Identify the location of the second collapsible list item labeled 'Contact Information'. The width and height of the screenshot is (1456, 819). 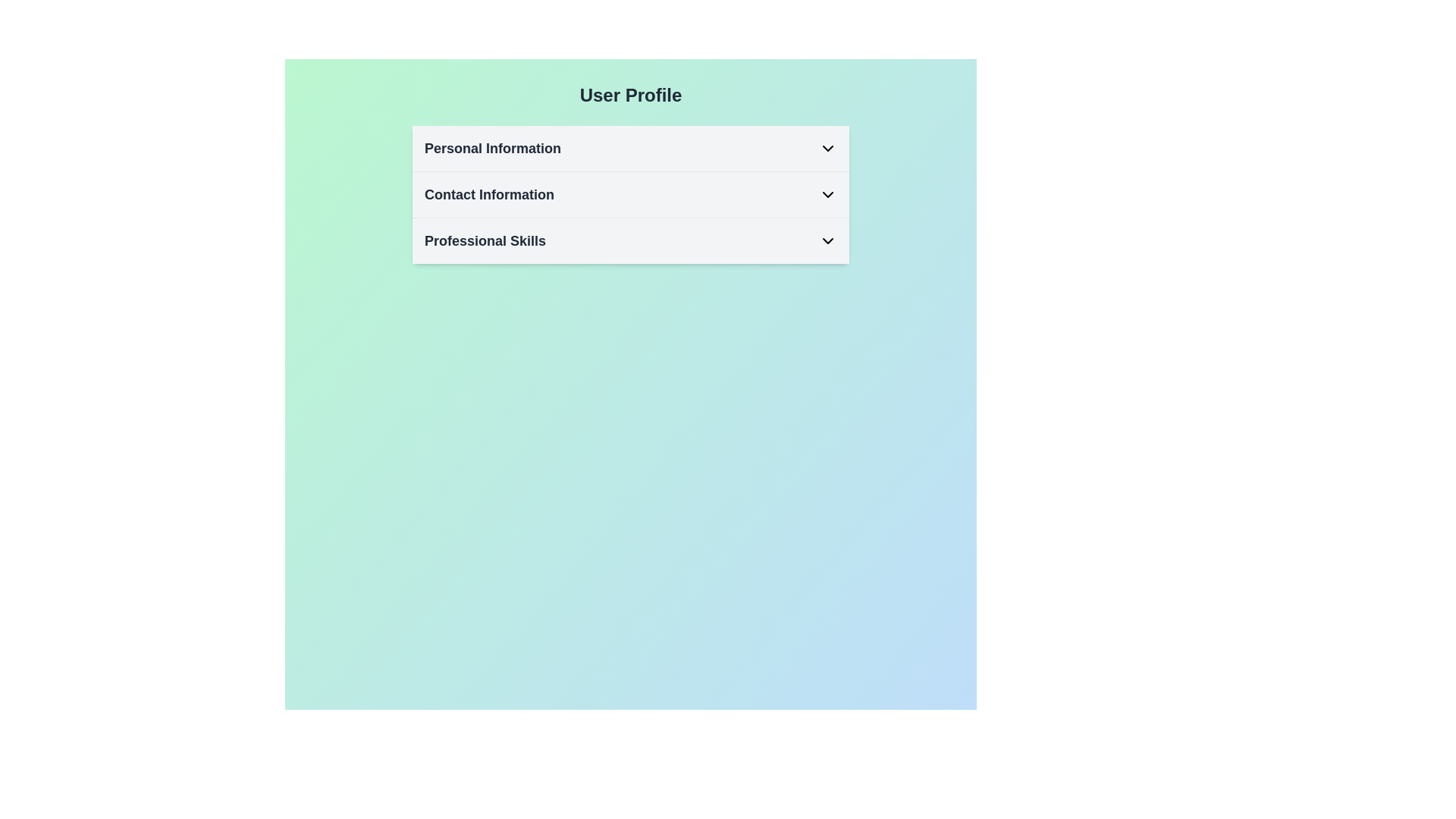
(630, 194).